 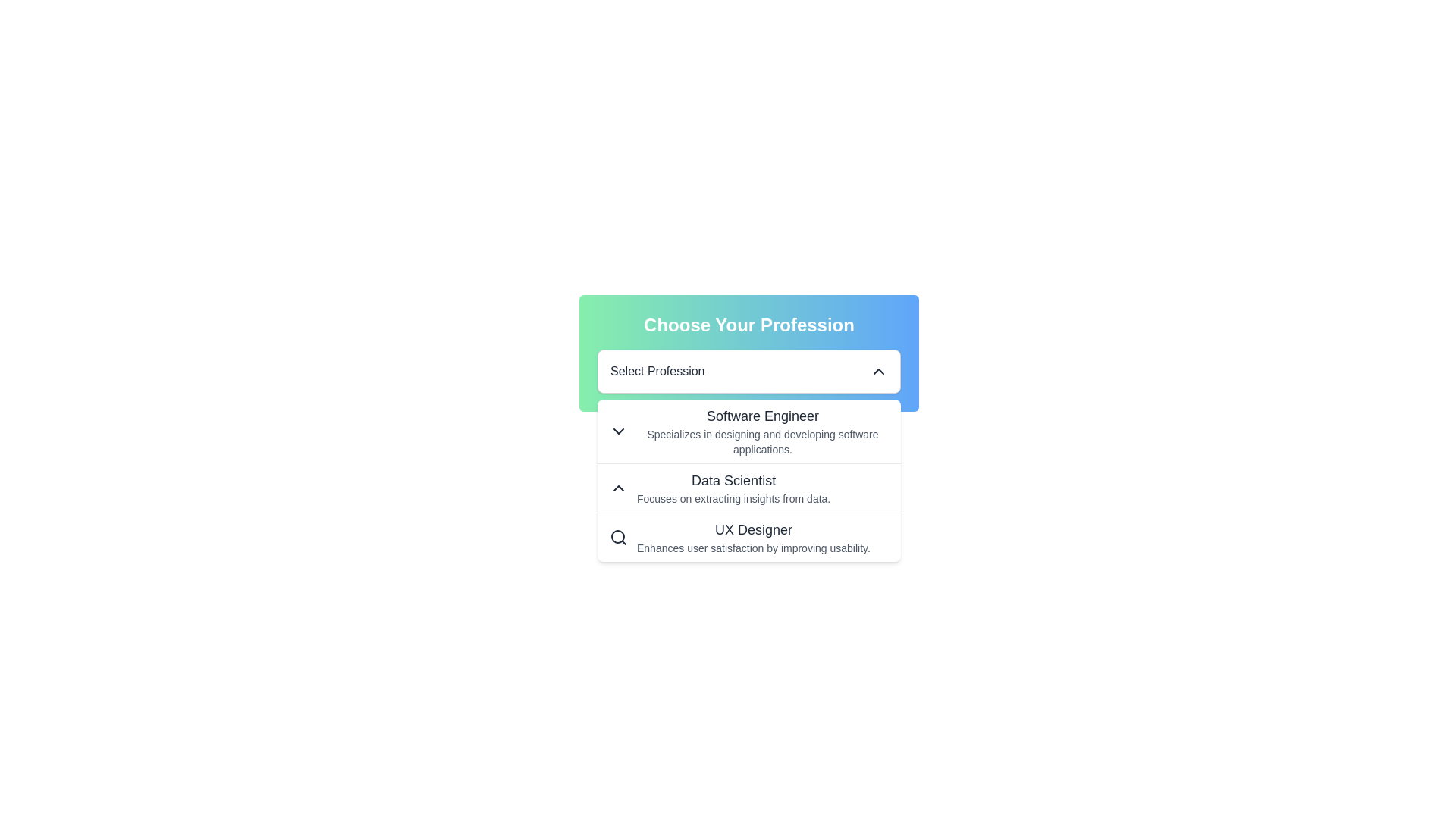 I want to click on the informational text element located under the 'UX Designer' item in the dropdown menu, which provides insights about the profession, so click(x=753, y=548).